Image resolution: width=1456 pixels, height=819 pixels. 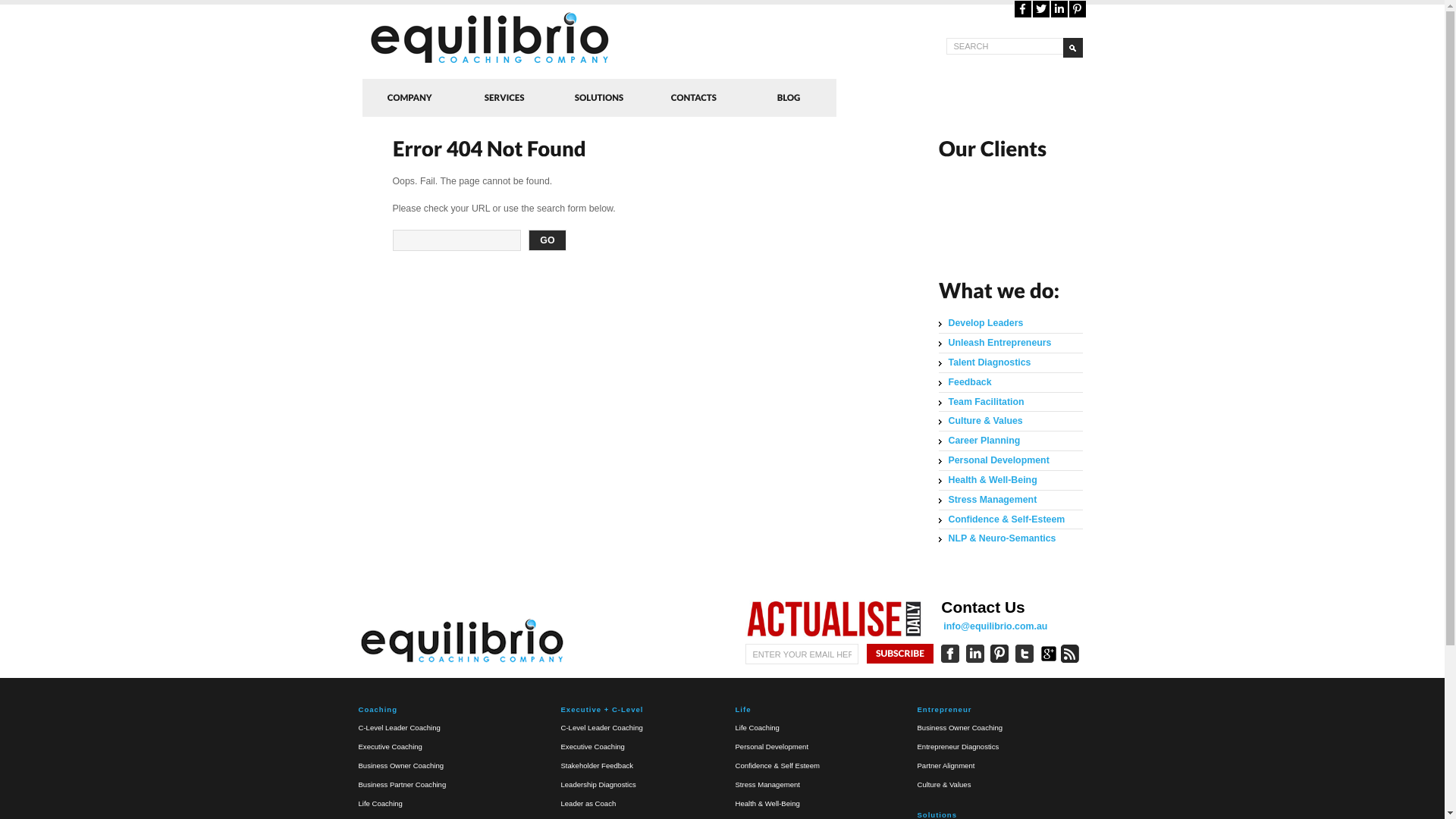 I want to click on 'Career Planning', so click(x=981, y=441).